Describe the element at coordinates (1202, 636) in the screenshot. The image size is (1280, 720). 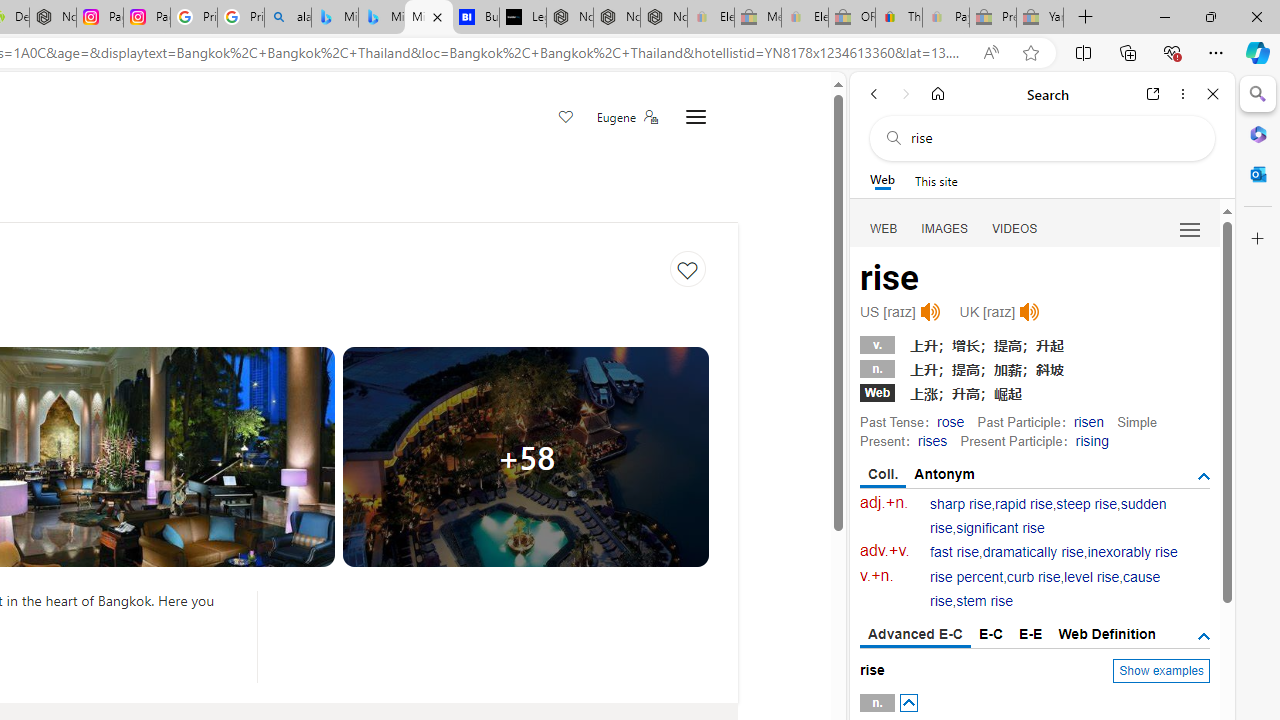
I see `'AutomationID: tgdef'` at that location.